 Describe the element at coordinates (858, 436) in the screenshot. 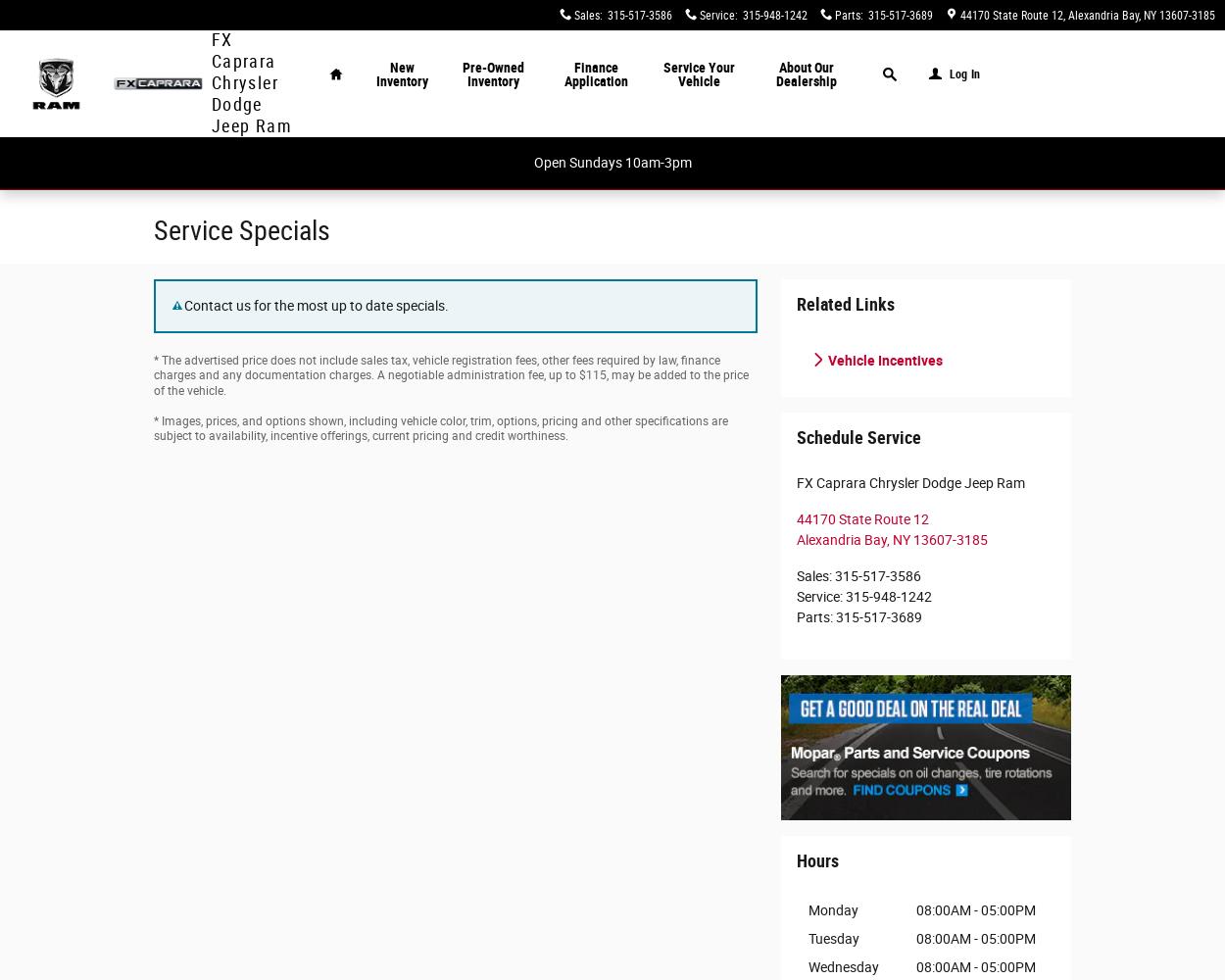

I see `'Schedule Service'` at that location.